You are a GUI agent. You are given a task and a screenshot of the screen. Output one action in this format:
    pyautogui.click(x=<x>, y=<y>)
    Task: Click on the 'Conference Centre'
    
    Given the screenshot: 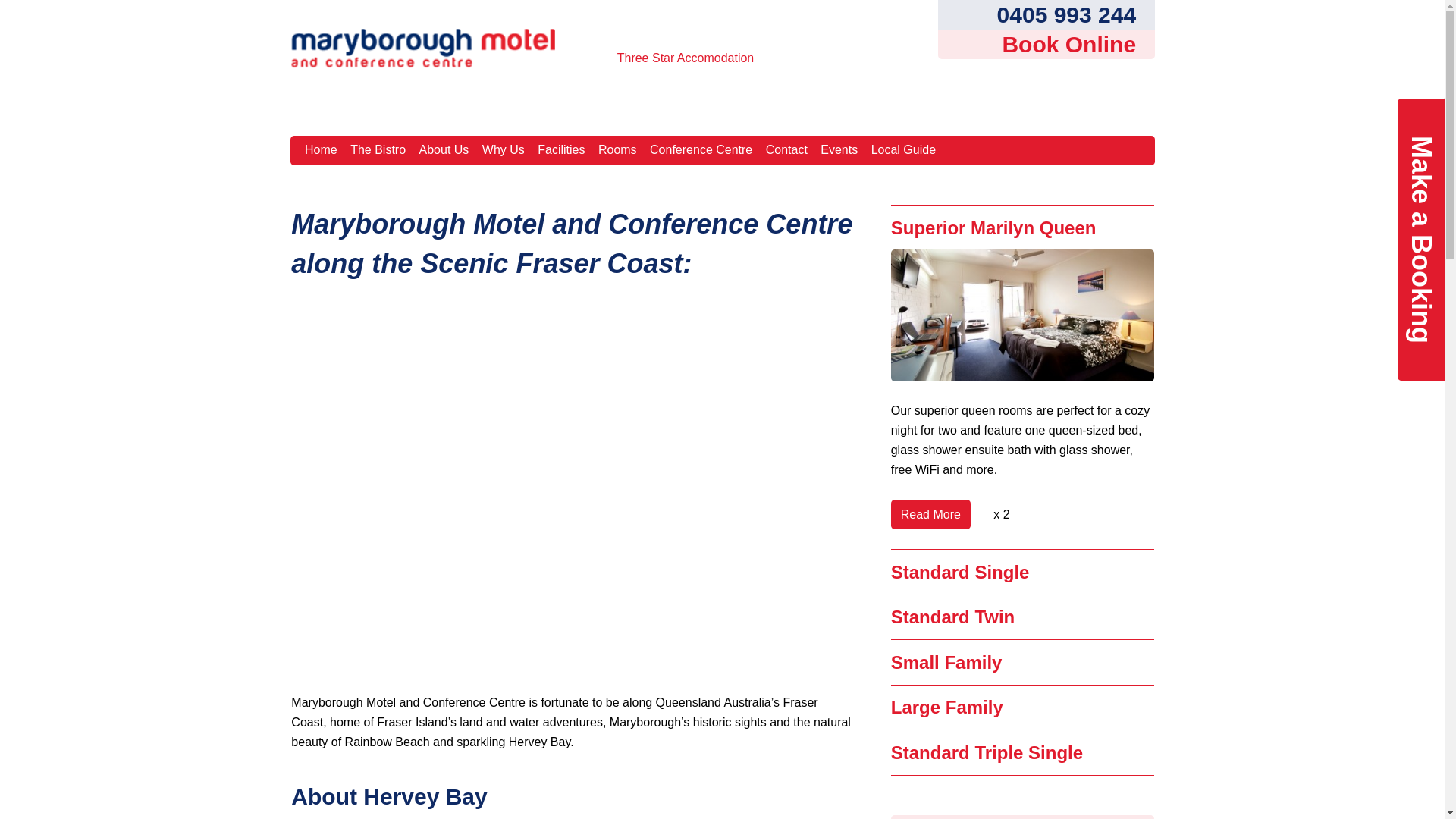 What is the action you would take?
    pyautogui.click(x=701, y=150)
    